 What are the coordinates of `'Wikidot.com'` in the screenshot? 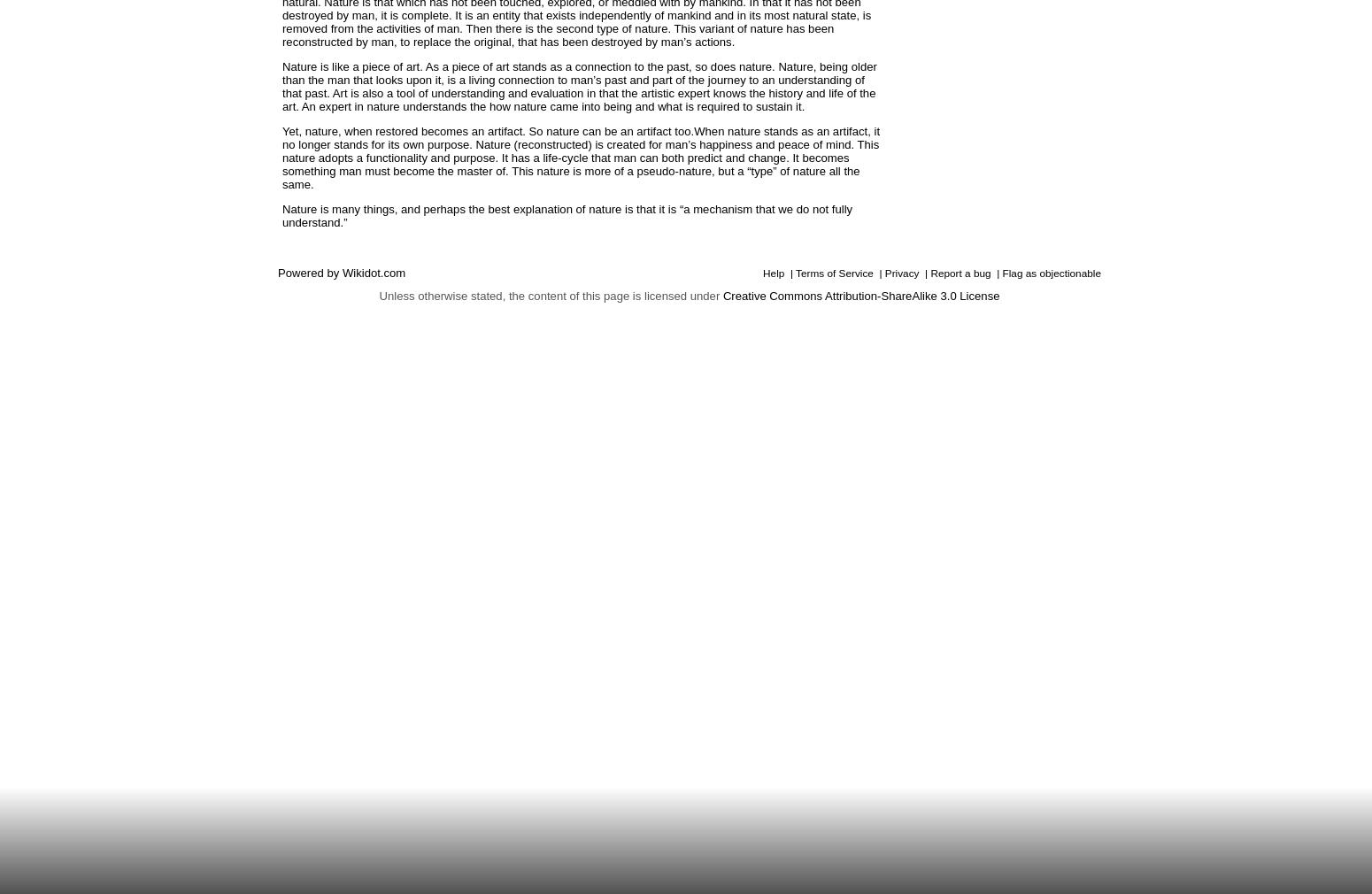 It's located at (374, 273).